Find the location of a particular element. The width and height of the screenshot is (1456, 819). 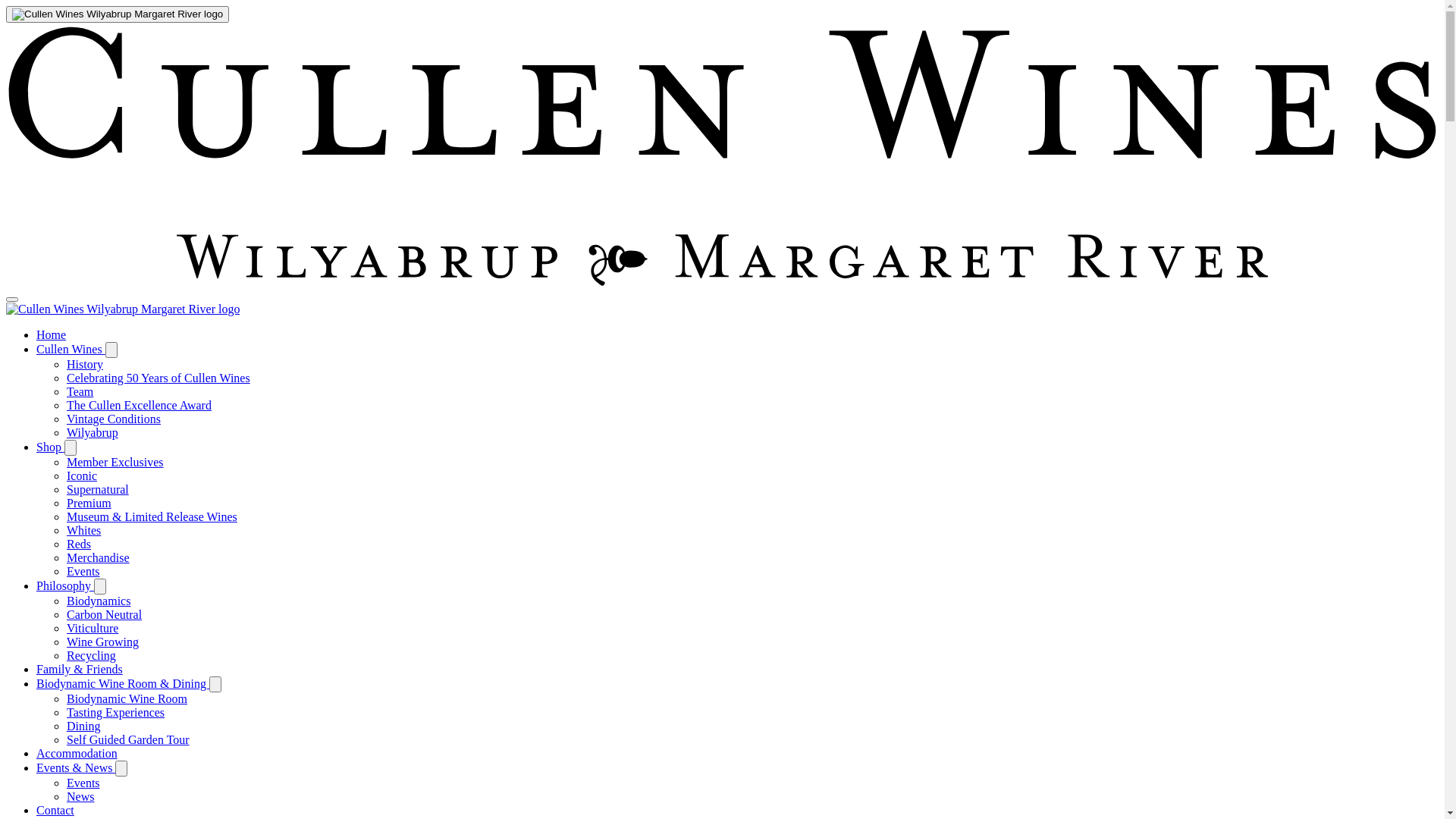

'Cullen Wines Home Page' is located at coordinates (116, 14).